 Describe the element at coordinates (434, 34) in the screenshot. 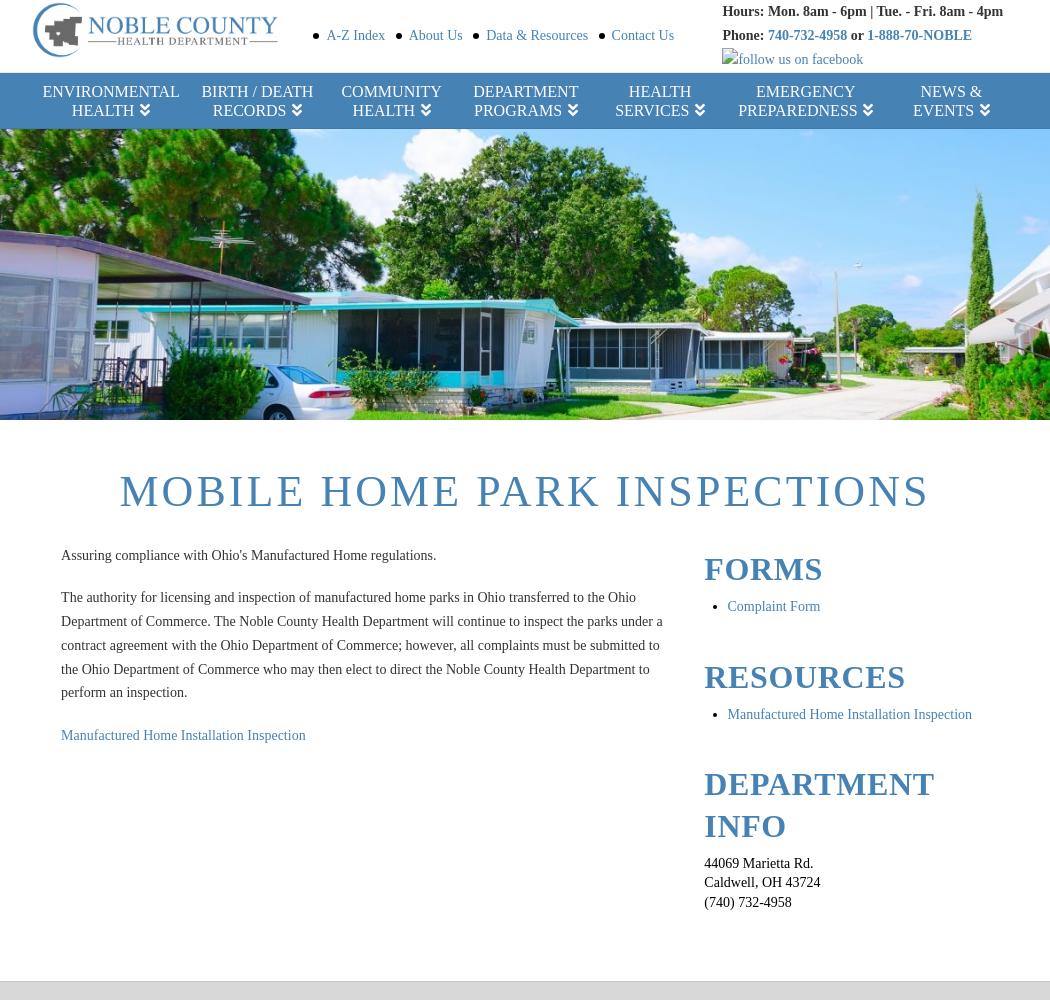

I see `'About Us'` at that location.